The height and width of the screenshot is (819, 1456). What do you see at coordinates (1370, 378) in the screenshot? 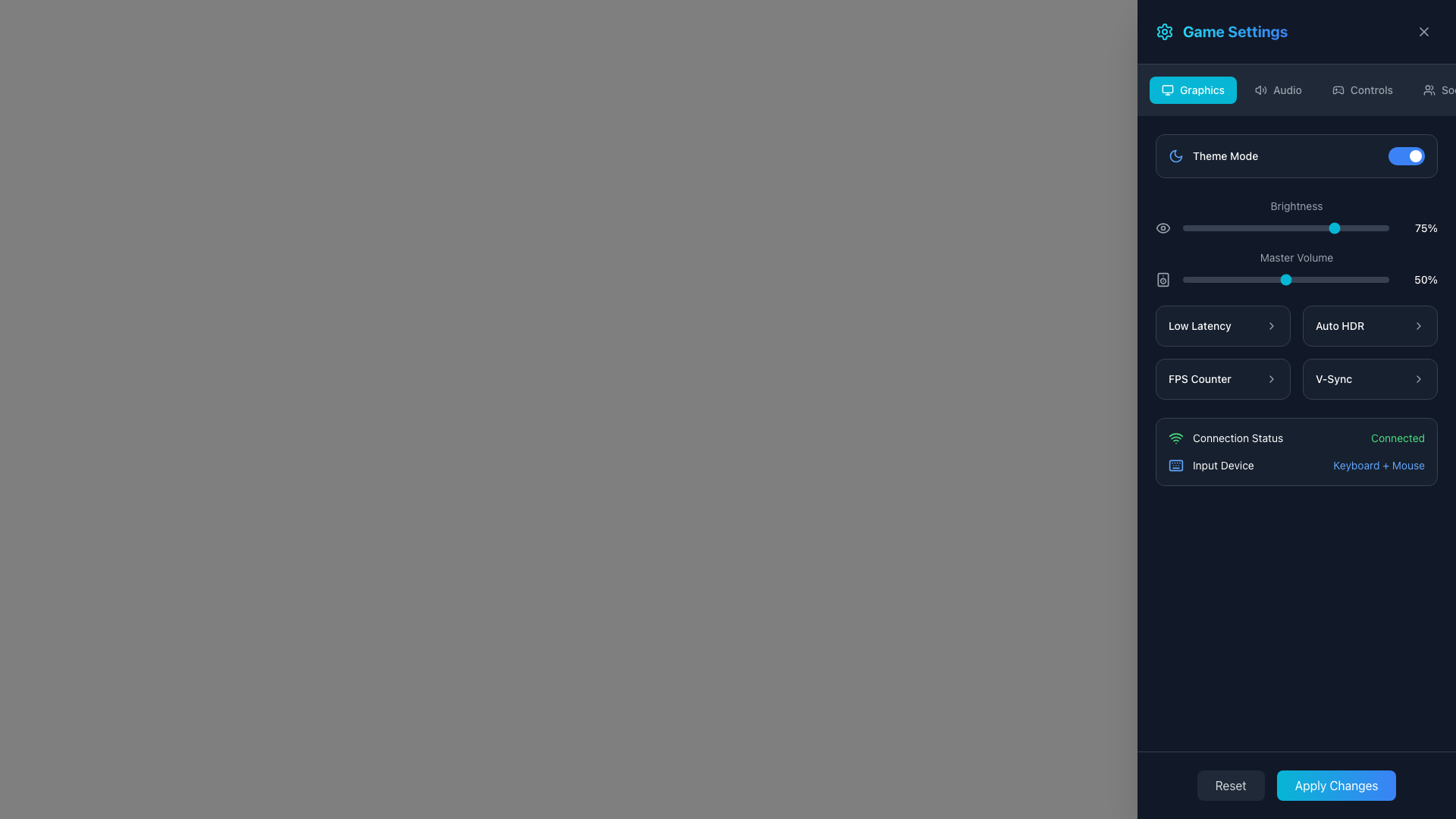
I see `the selectable 'V-Sync' option button located in the bottom-right section of the interface, below the 'FPS Counter' button` at bounding box center [1370, 378].